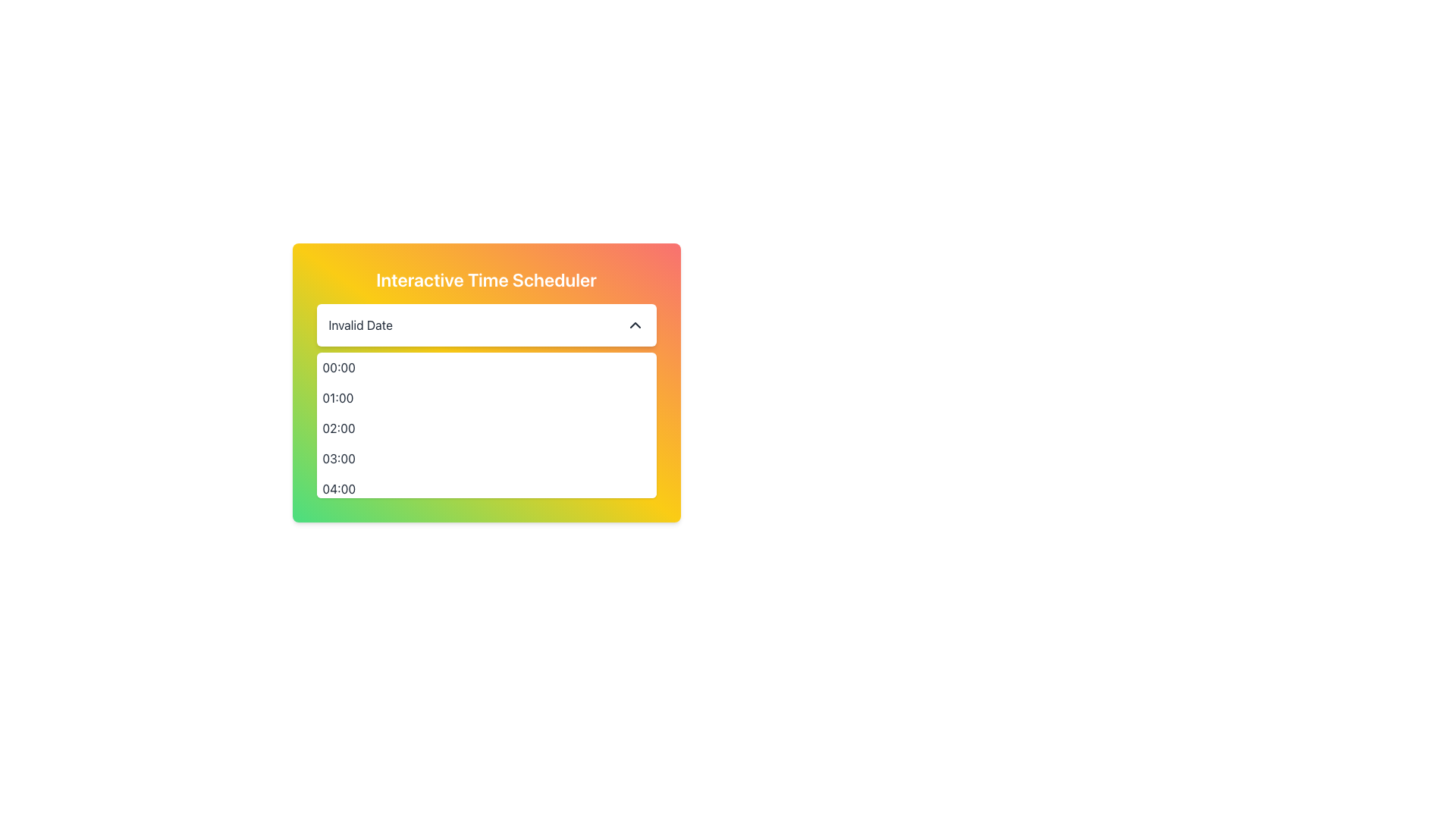 This screenshot has height=819, width=1456. What do you see at coordinates (486, 458) in the screenshot?
I see `the List Item displaying '03:00'` at bounding box center [486, 458].